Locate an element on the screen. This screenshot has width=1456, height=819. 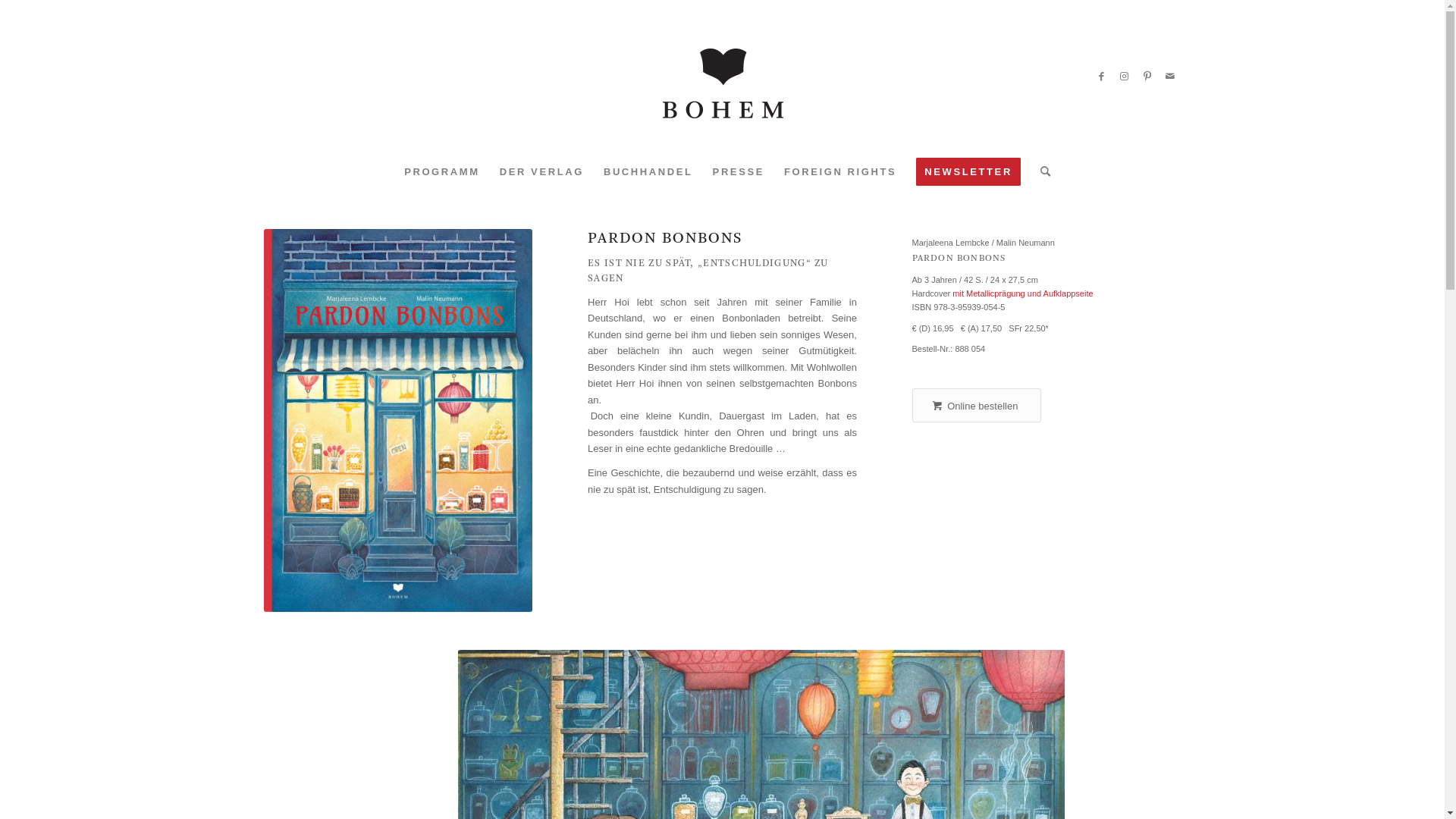
'Mail' is located at coordinates (1157, 76).